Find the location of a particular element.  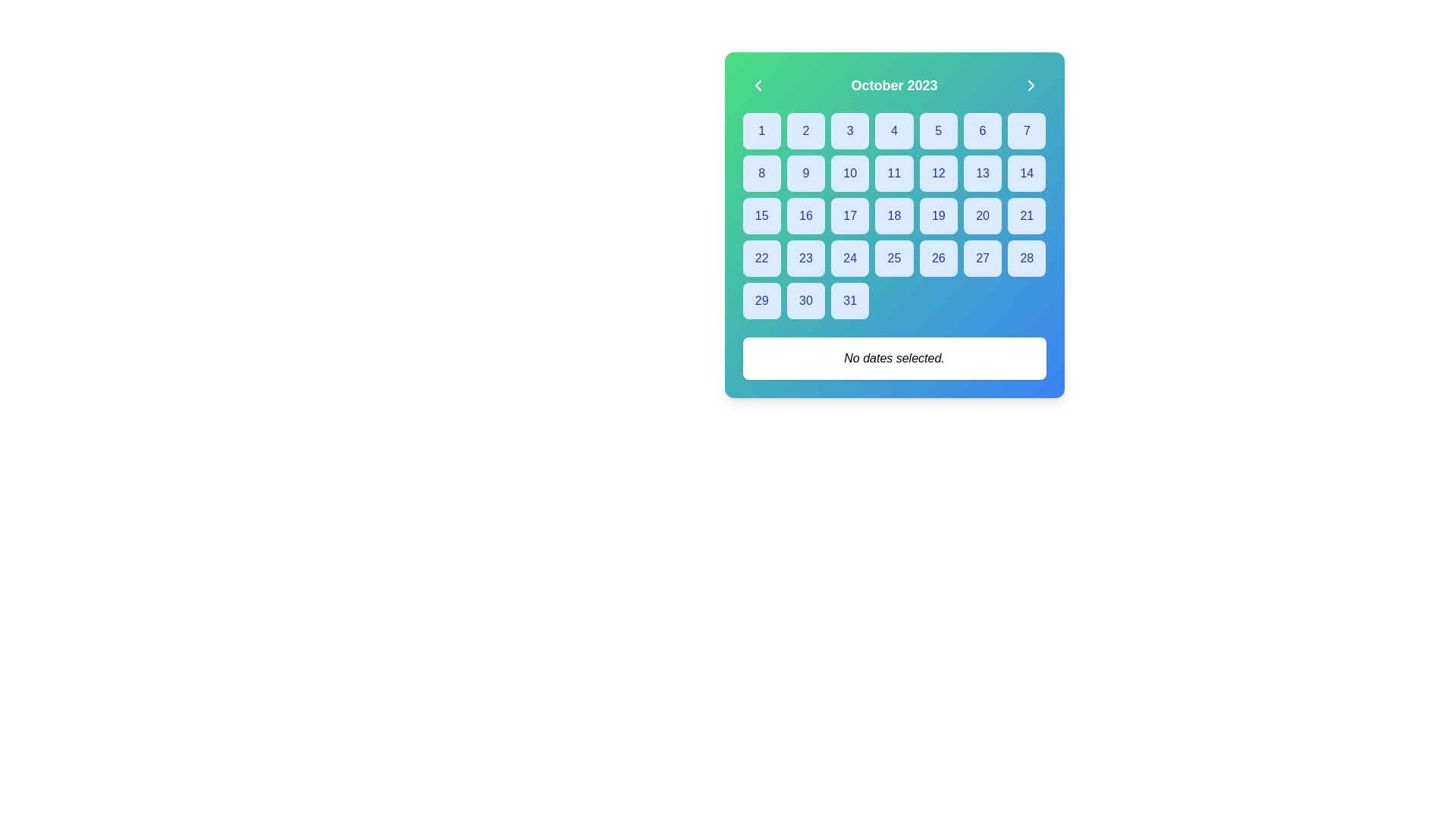

the day in the calendar grid located below the heading 'October 2023' is located at coordinates (894, 216).